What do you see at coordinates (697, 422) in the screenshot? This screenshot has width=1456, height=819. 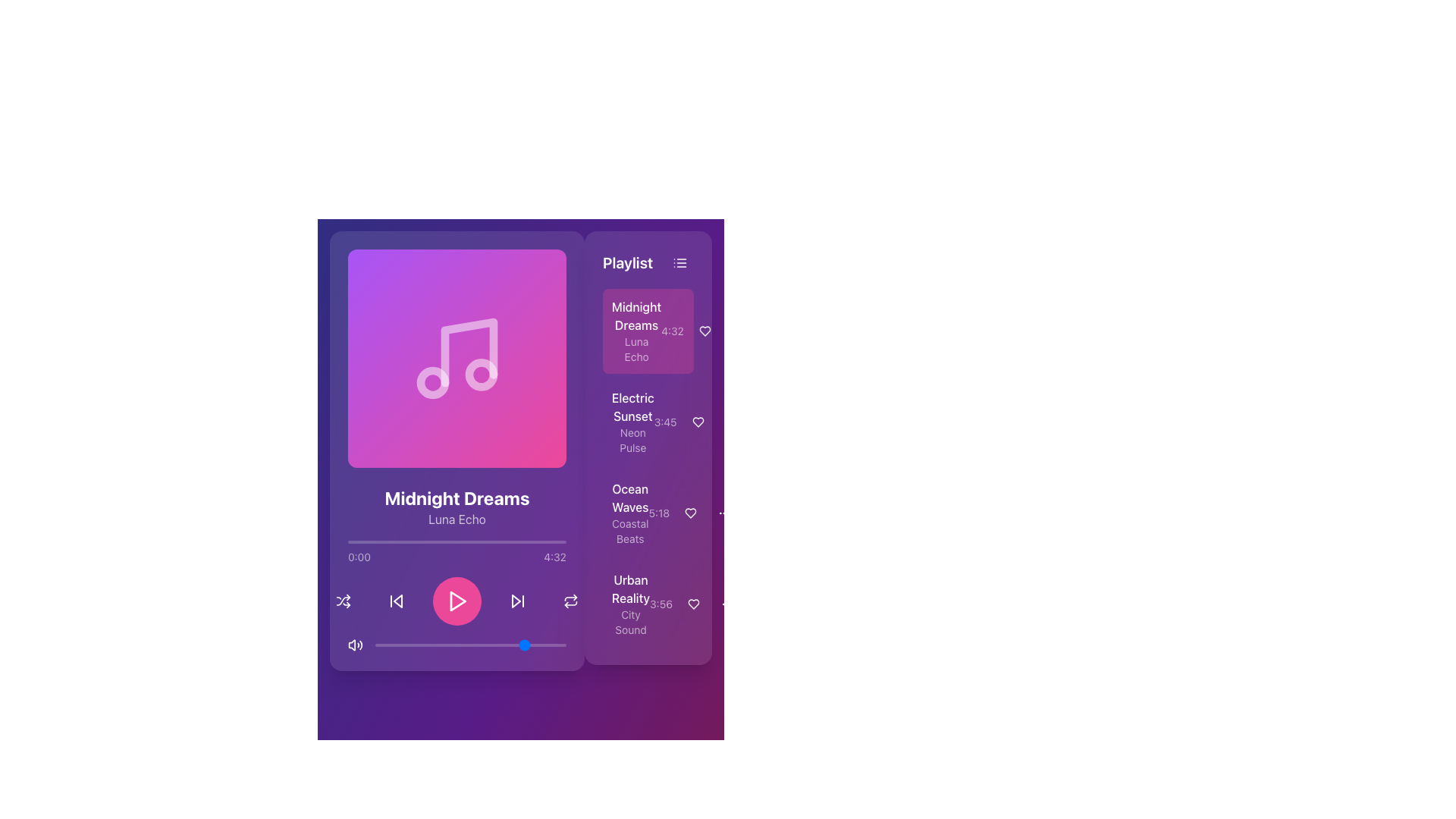 I see `the heart-shaped icon button outlined in white, located to the right of the text '3:45' in the playlist item 'Electric Sunset'` at bounding box center [697, 422].